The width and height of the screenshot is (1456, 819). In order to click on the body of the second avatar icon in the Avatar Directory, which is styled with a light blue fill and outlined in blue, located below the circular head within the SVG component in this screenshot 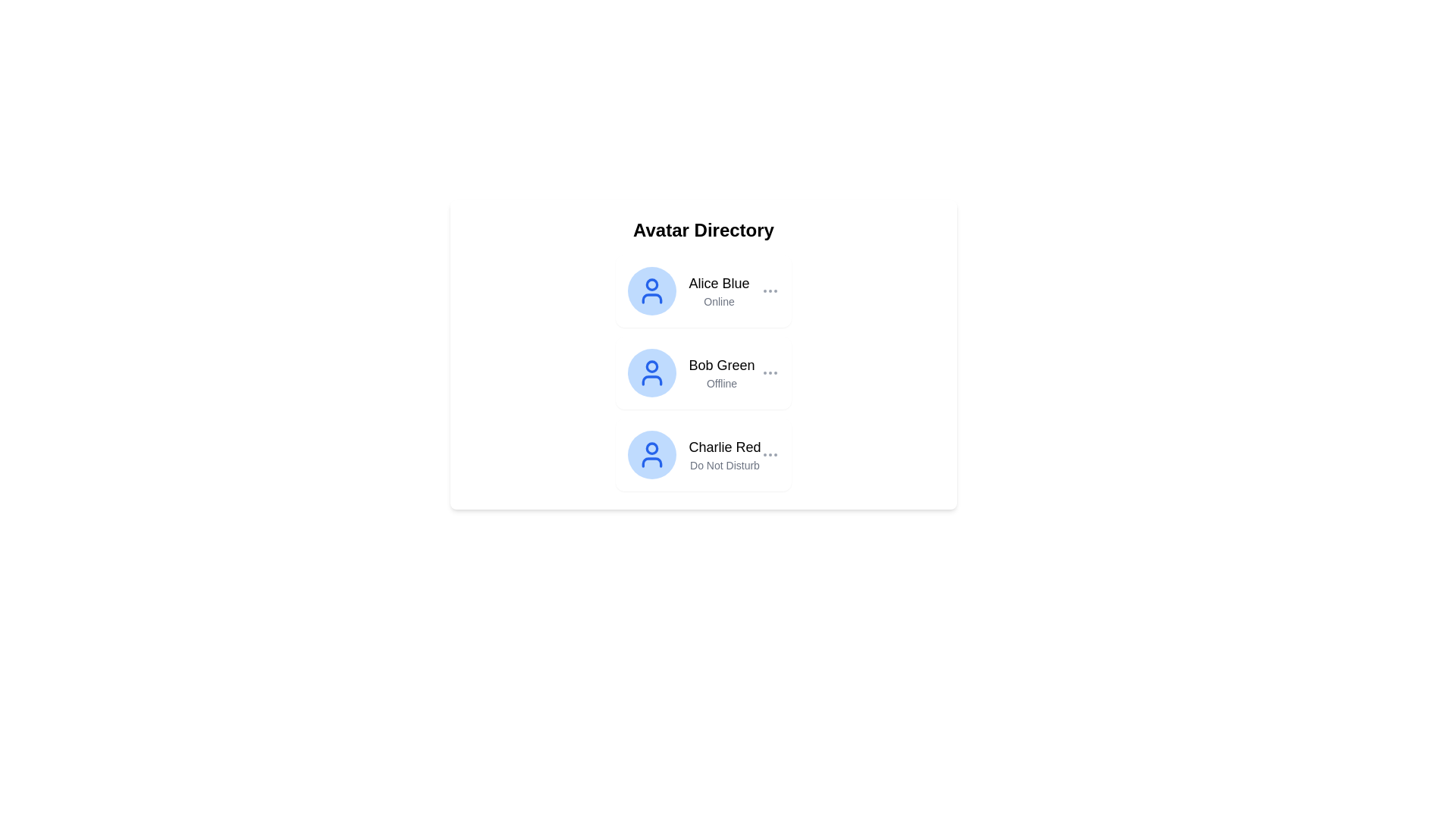, I will do `click(652, 379)`.